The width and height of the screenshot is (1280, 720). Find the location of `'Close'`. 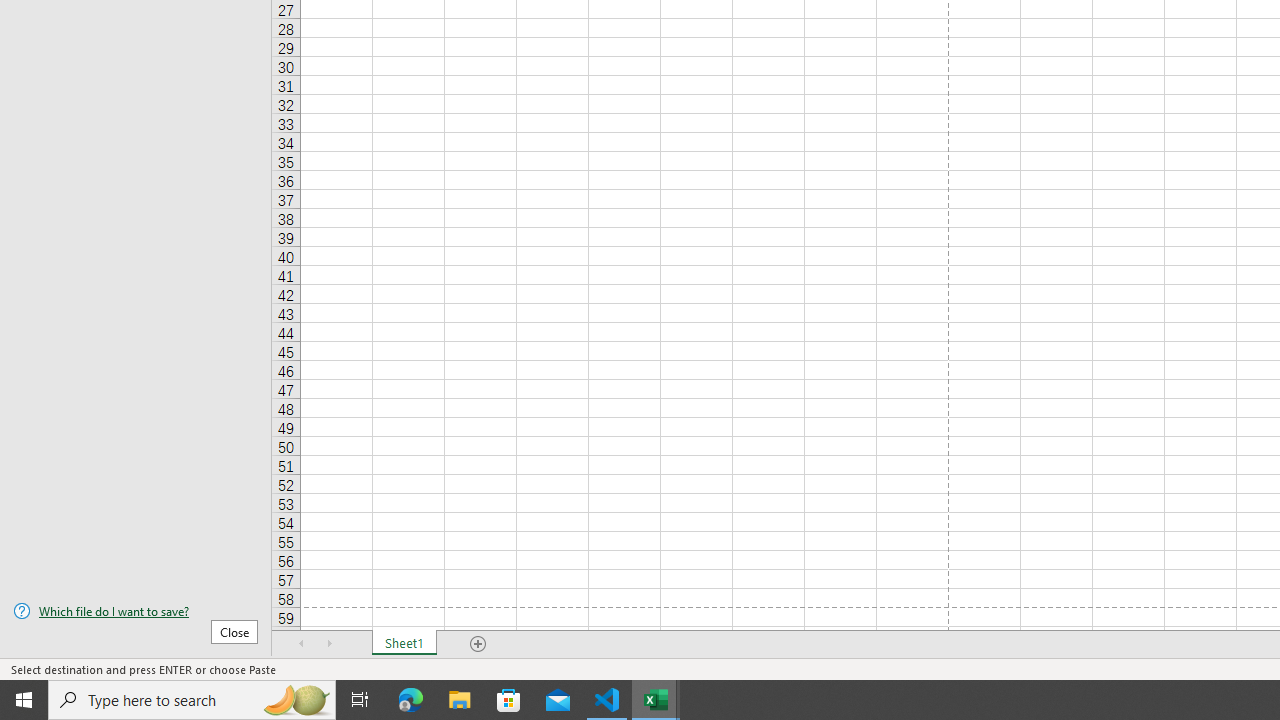

'Close' is located at coordinates (234, 631).